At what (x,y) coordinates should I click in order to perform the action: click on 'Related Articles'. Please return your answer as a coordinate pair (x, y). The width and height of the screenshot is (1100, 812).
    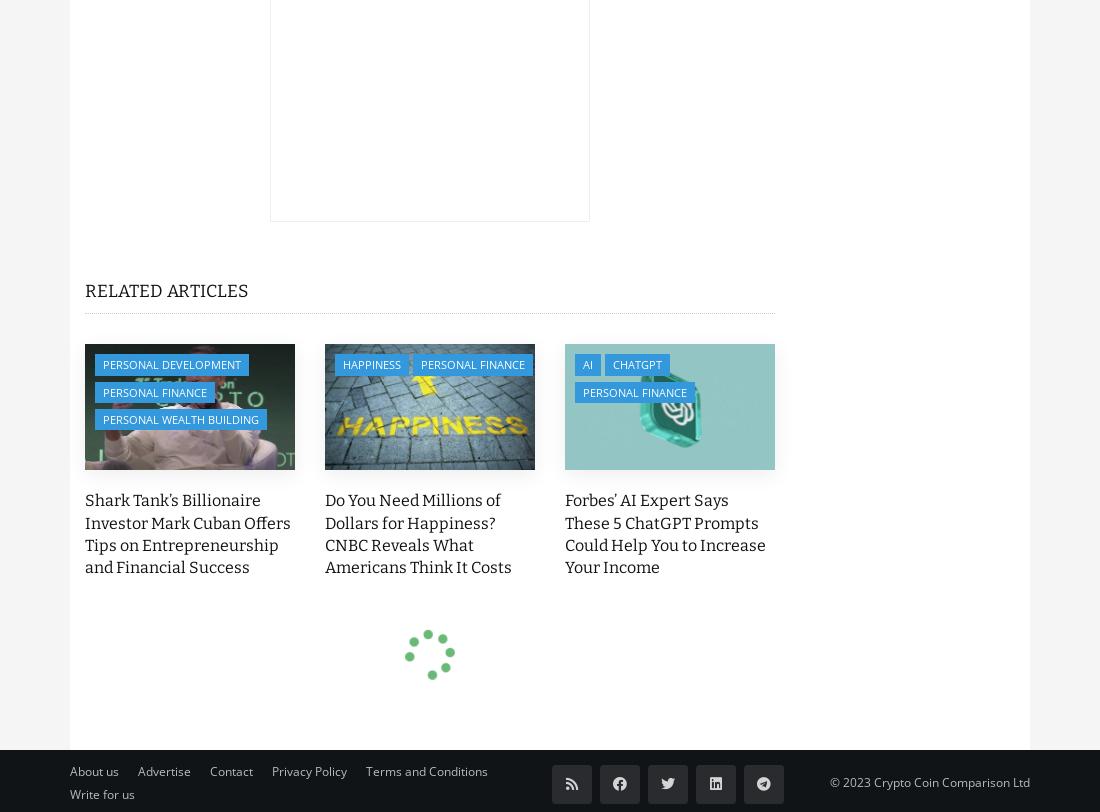
    Looking at the image, I should click on (85, 290).